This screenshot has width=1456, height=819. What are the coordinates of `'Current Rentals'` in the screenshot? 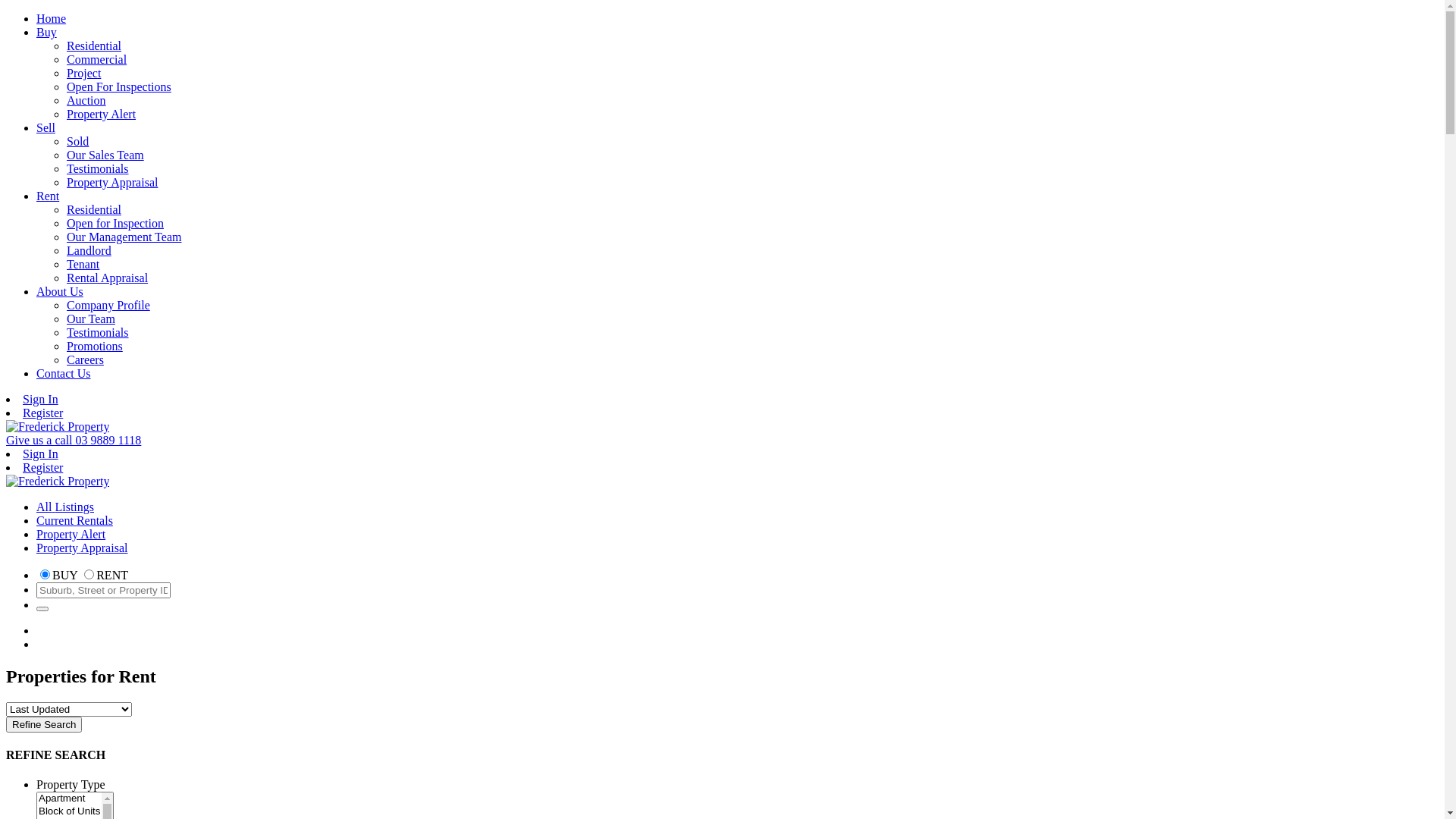 It's located at (74, 519).